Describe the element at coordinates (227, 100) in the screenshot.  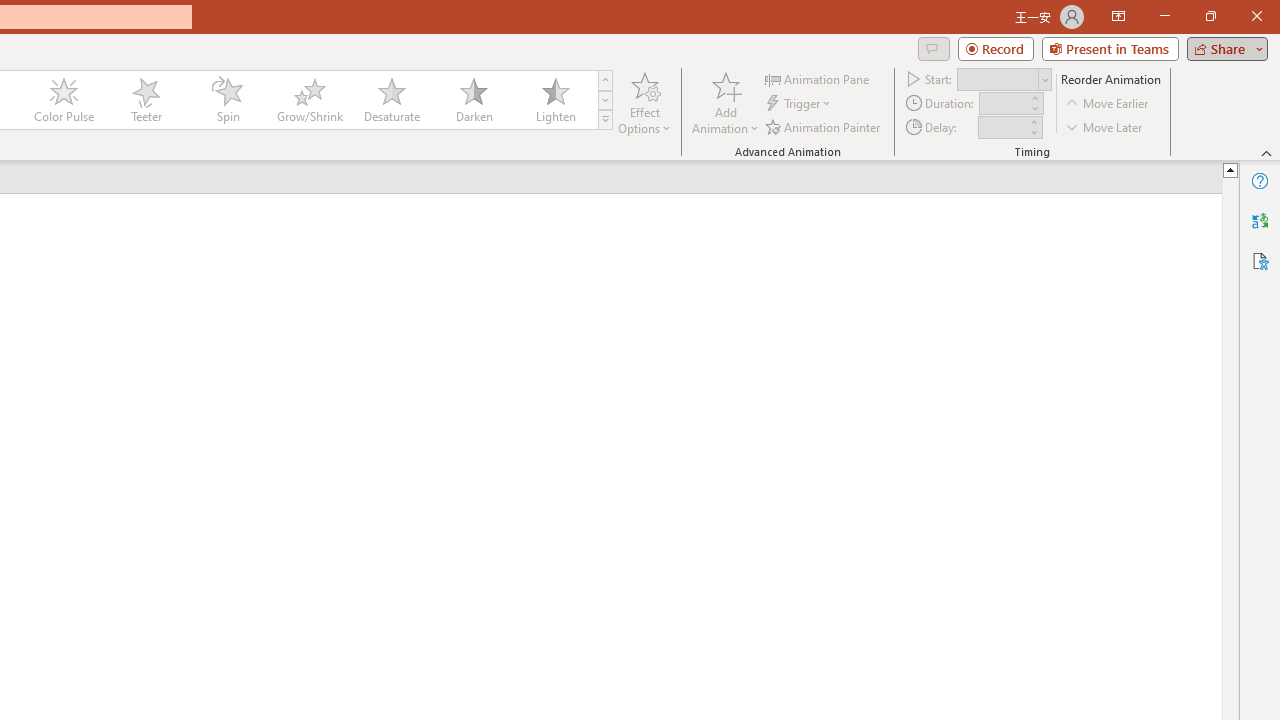
I see `'Spin'` at that location.